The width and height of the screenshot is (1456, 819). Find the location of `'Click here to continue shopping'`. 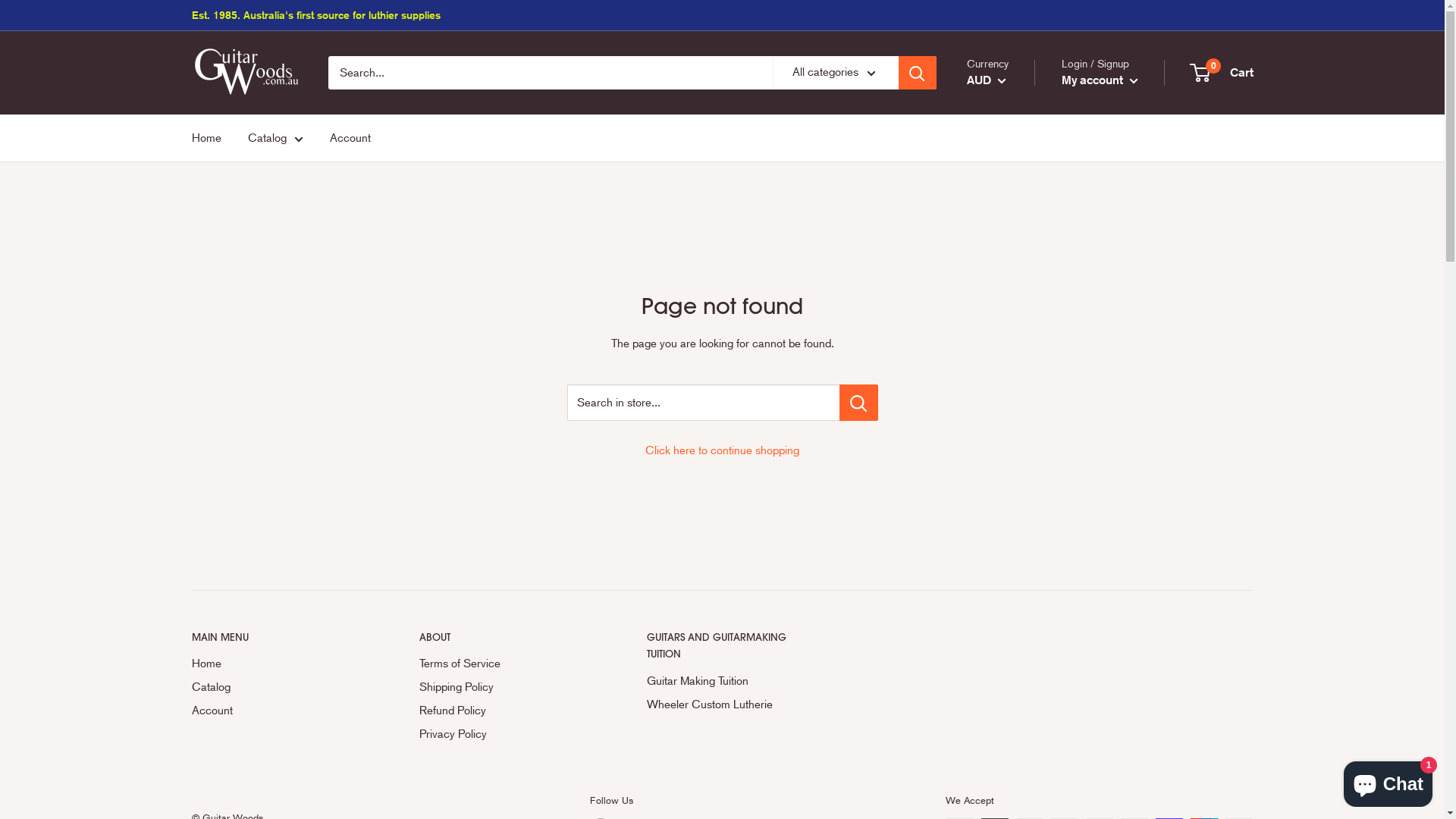

'Click here to continue shopping' is located at coordinates (721, 450).